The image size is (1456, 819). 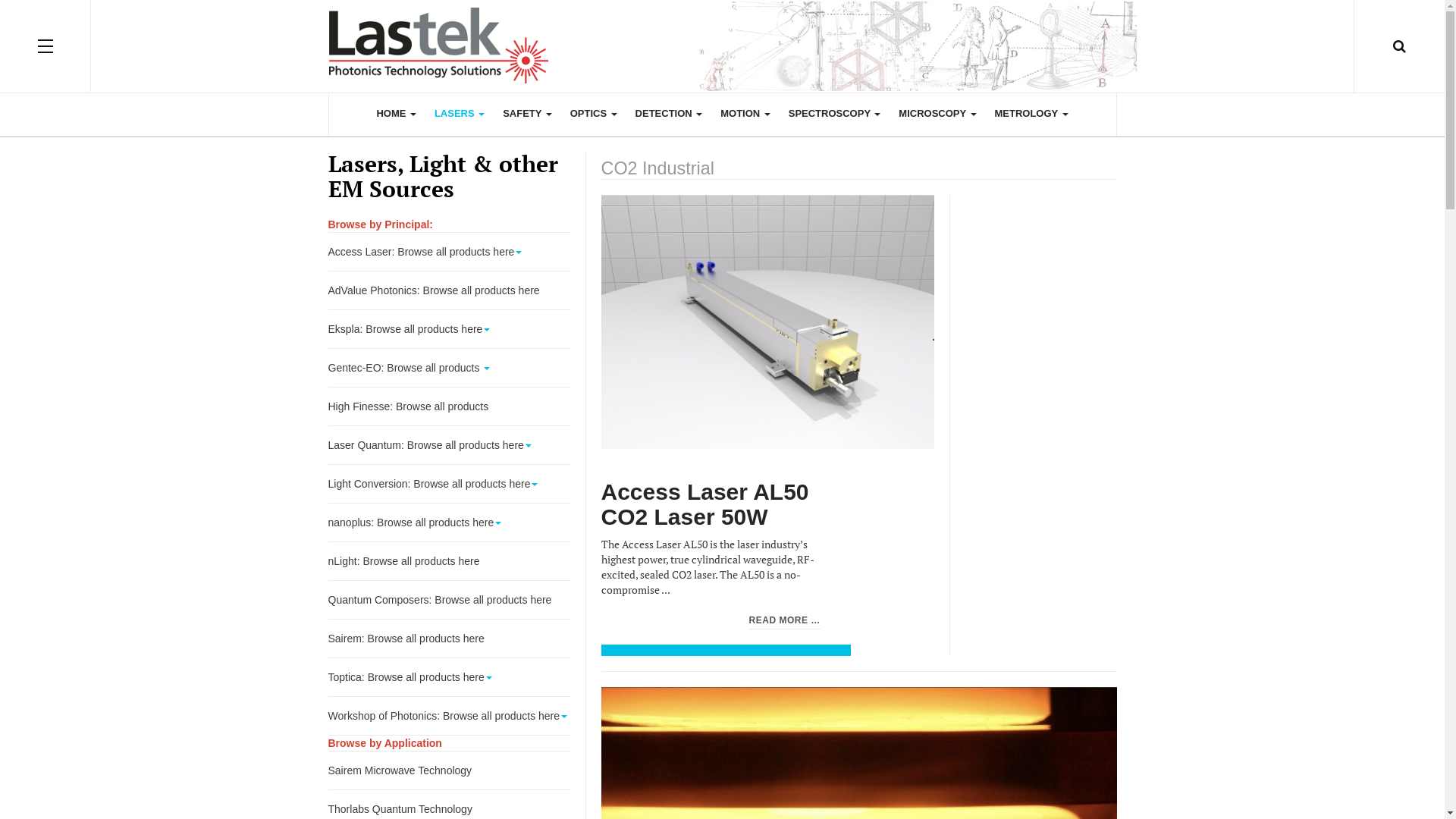 I want to click on 'AdValue Photonics: Browse all products here', so click(x=327, y=290).